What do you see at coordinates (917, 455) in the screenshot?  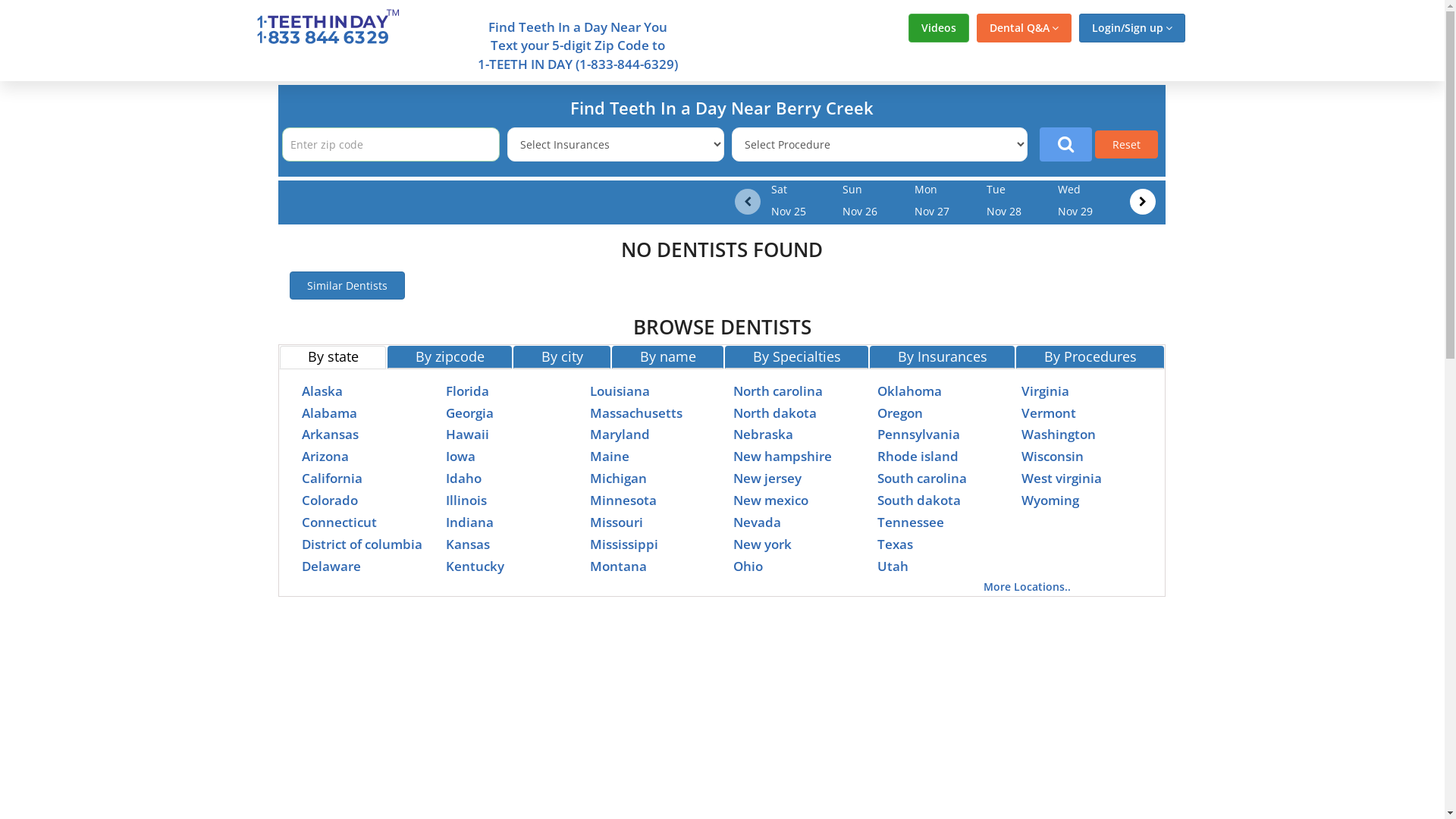 I see `'Rhode island'` at bounding box center [917, 455].